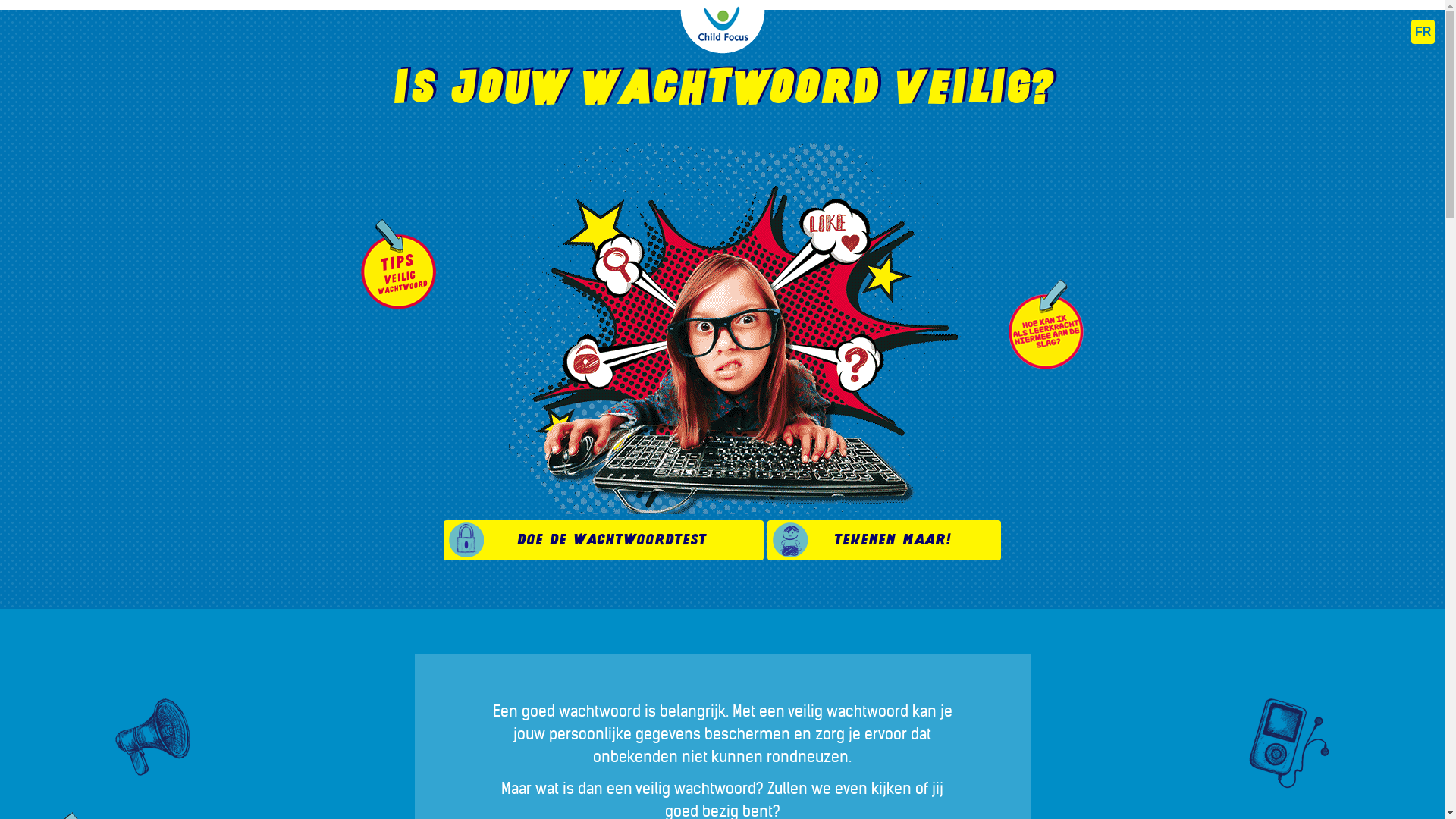 The image size is (1456, 819). Describe the element at coordinates (884, 539) in the screenshot. I see `'Tekenen maar!'` at that location.